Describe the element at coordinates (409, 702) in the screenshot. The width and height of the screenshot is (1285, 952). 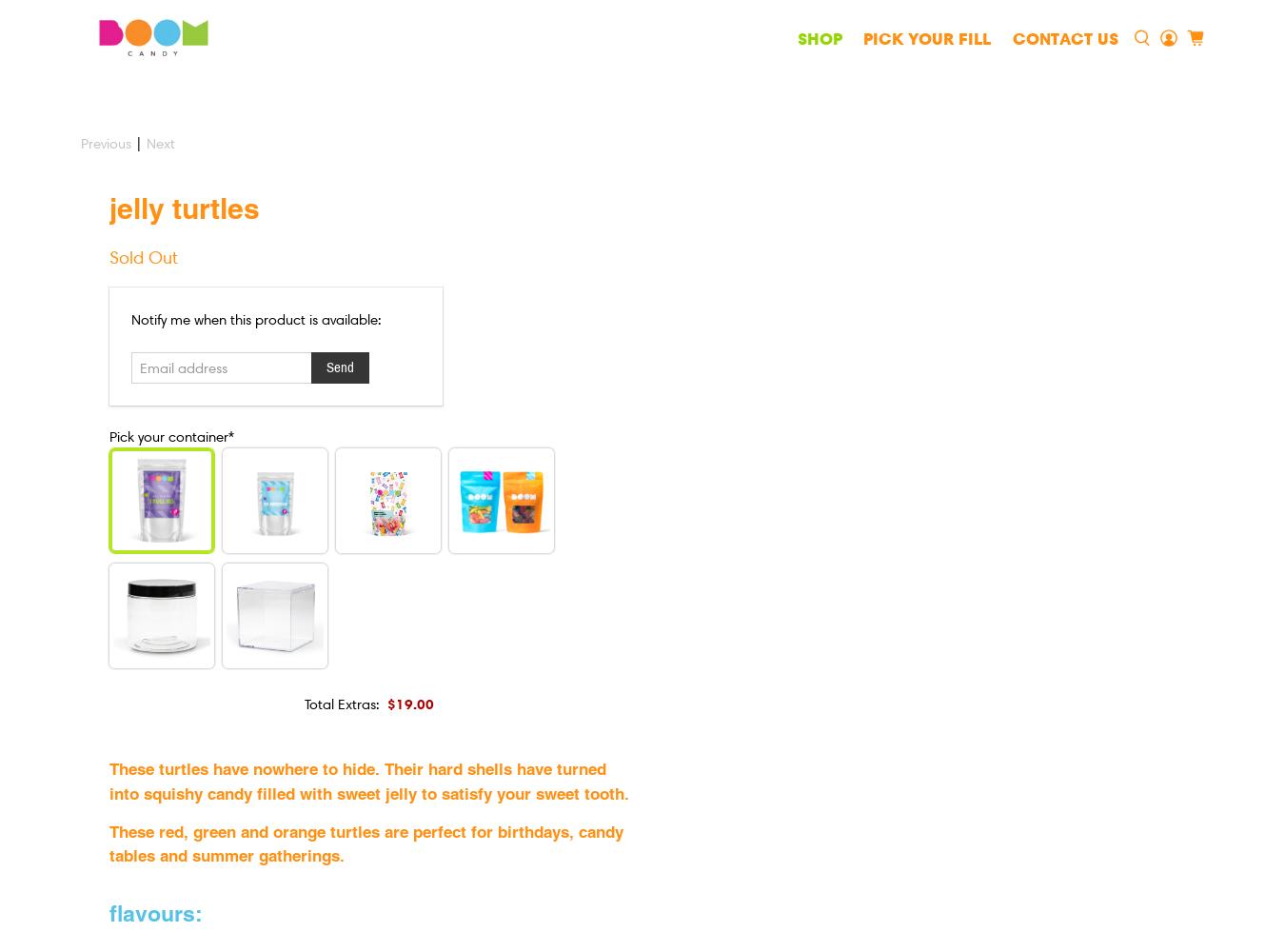
I see `'$19.00'` at that location.